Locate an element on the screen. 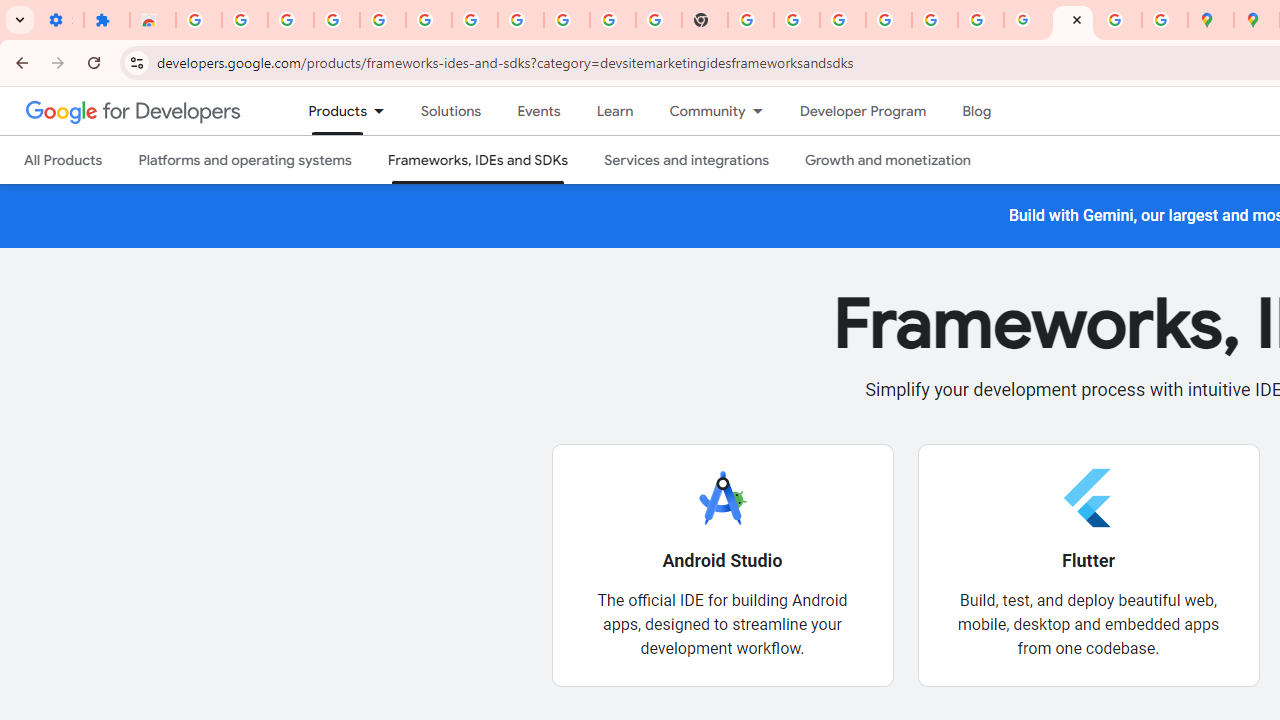  'Frameworks, IDEs and SDKs, selected' is located at coordinates (477, 159).